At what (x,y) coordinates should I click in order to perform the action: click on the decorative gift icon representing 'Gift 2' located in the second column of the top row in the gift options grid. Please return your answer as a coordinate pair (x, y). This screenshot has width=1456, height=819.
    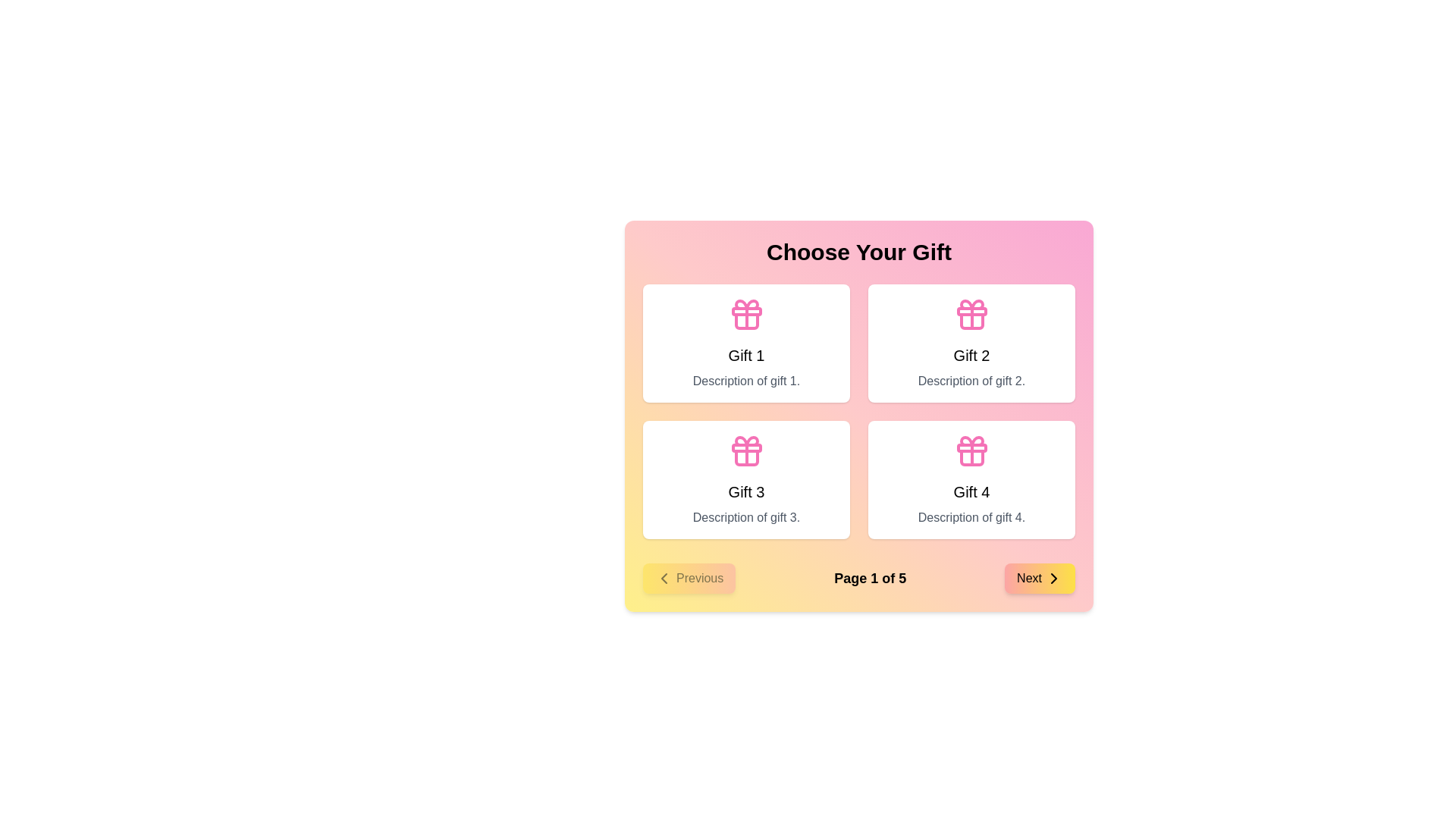
    Looking at the image, I should click on (971, 321).